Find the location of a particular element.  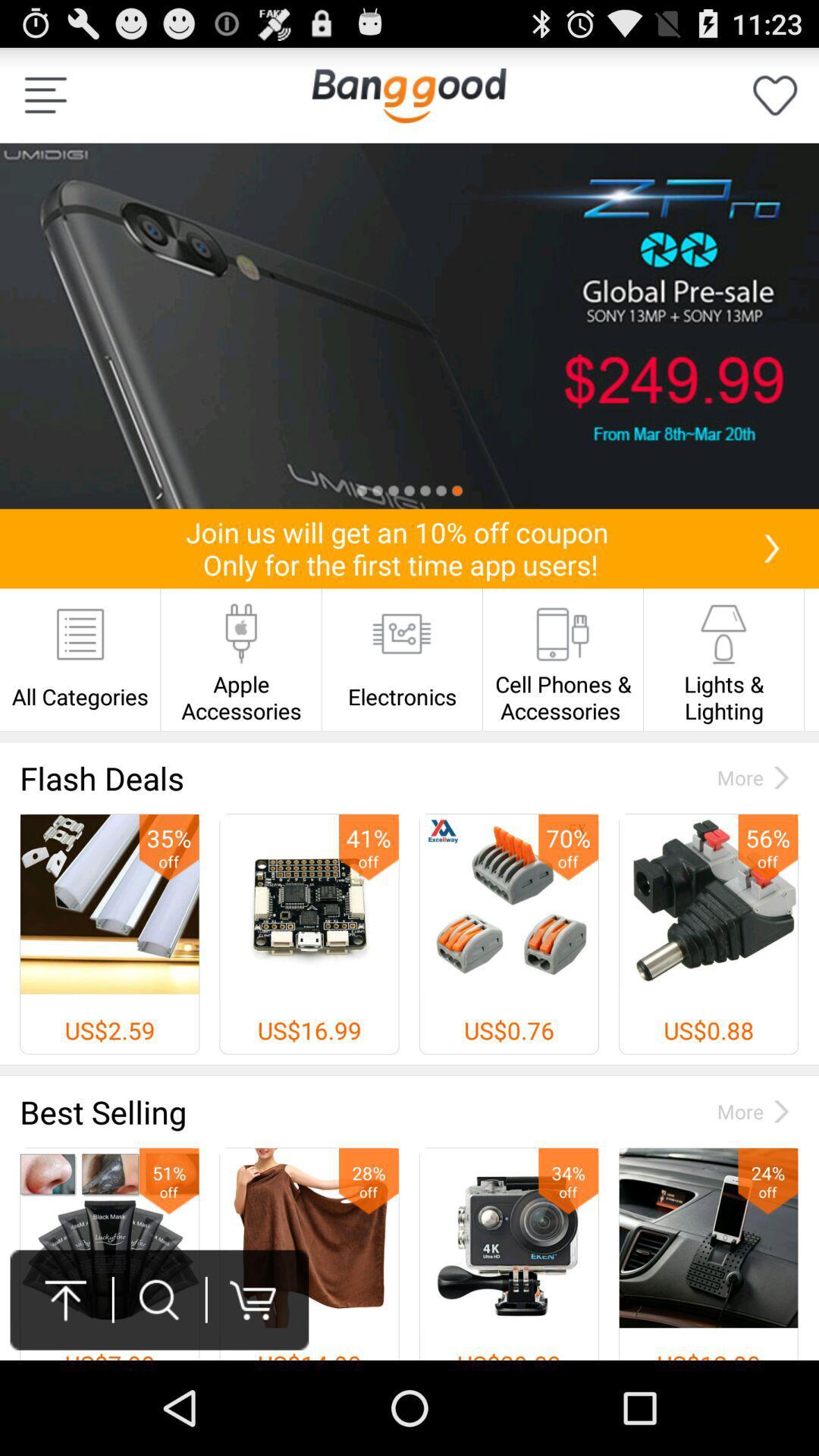

display menu is located at coordinates (45, 94).